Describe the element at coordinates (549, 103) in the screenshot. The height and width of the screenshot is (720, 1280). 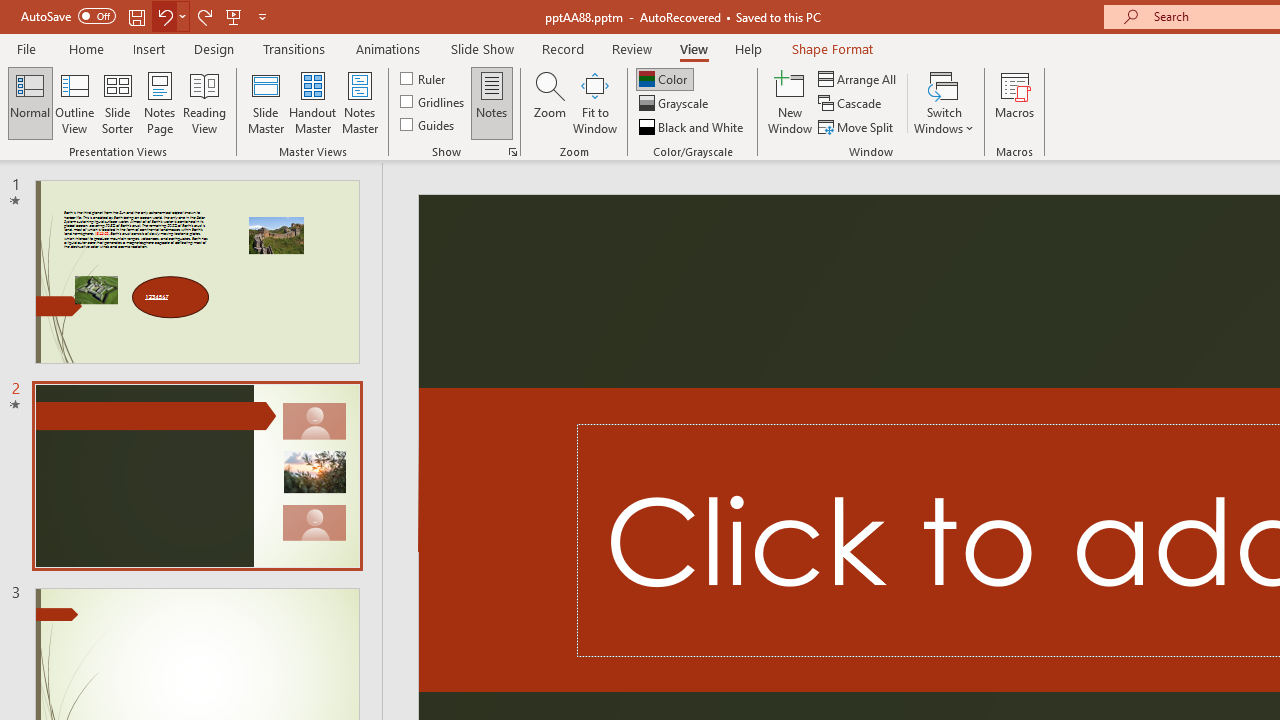
I see `'Zoom...'` at that location.